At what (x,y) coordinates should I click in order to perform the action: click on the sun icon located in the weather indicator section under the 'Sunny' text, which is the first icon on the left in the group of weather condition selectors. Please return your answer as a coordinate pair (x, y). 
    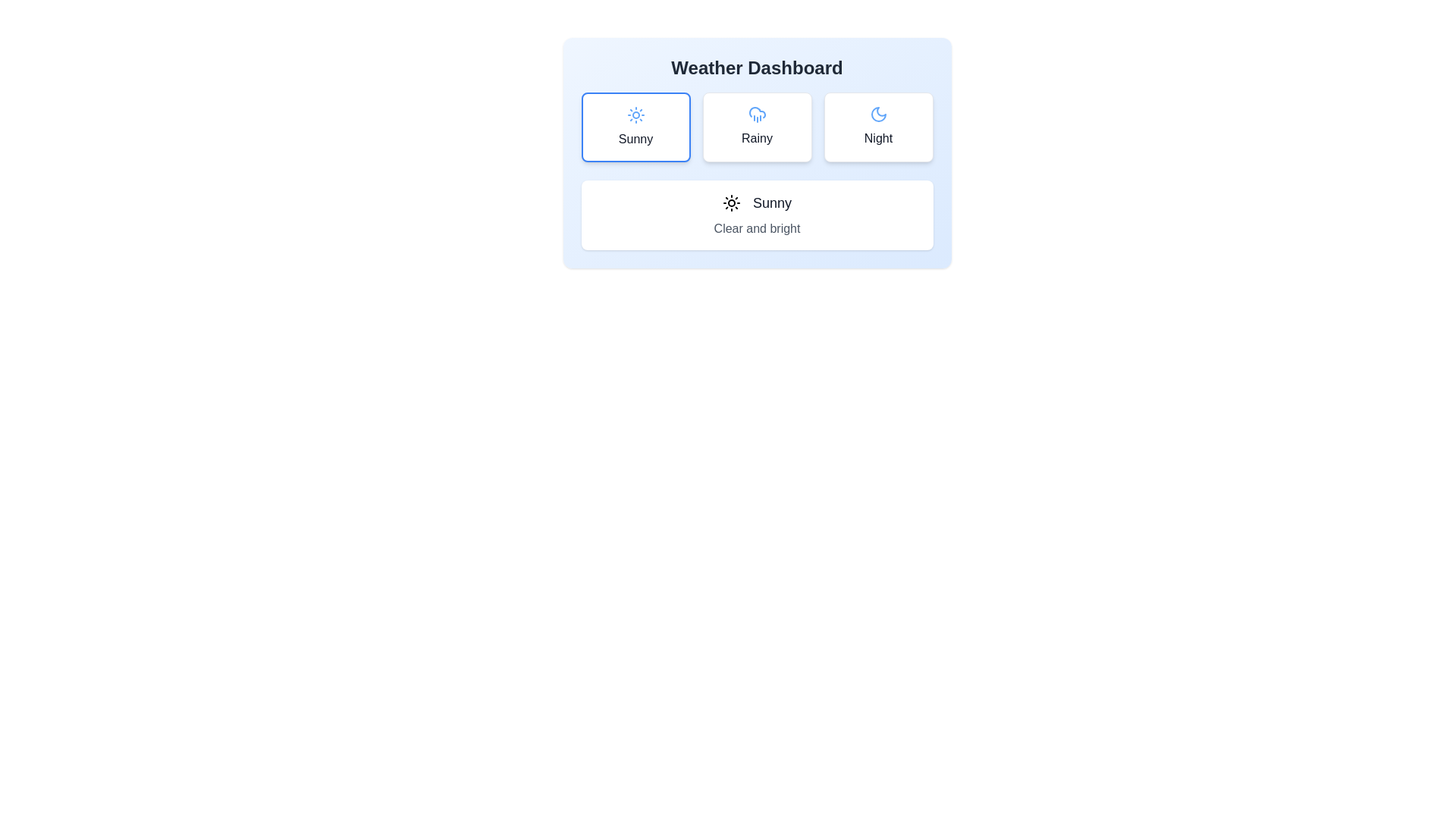
    Looking at the image, I should click on (731, 202).